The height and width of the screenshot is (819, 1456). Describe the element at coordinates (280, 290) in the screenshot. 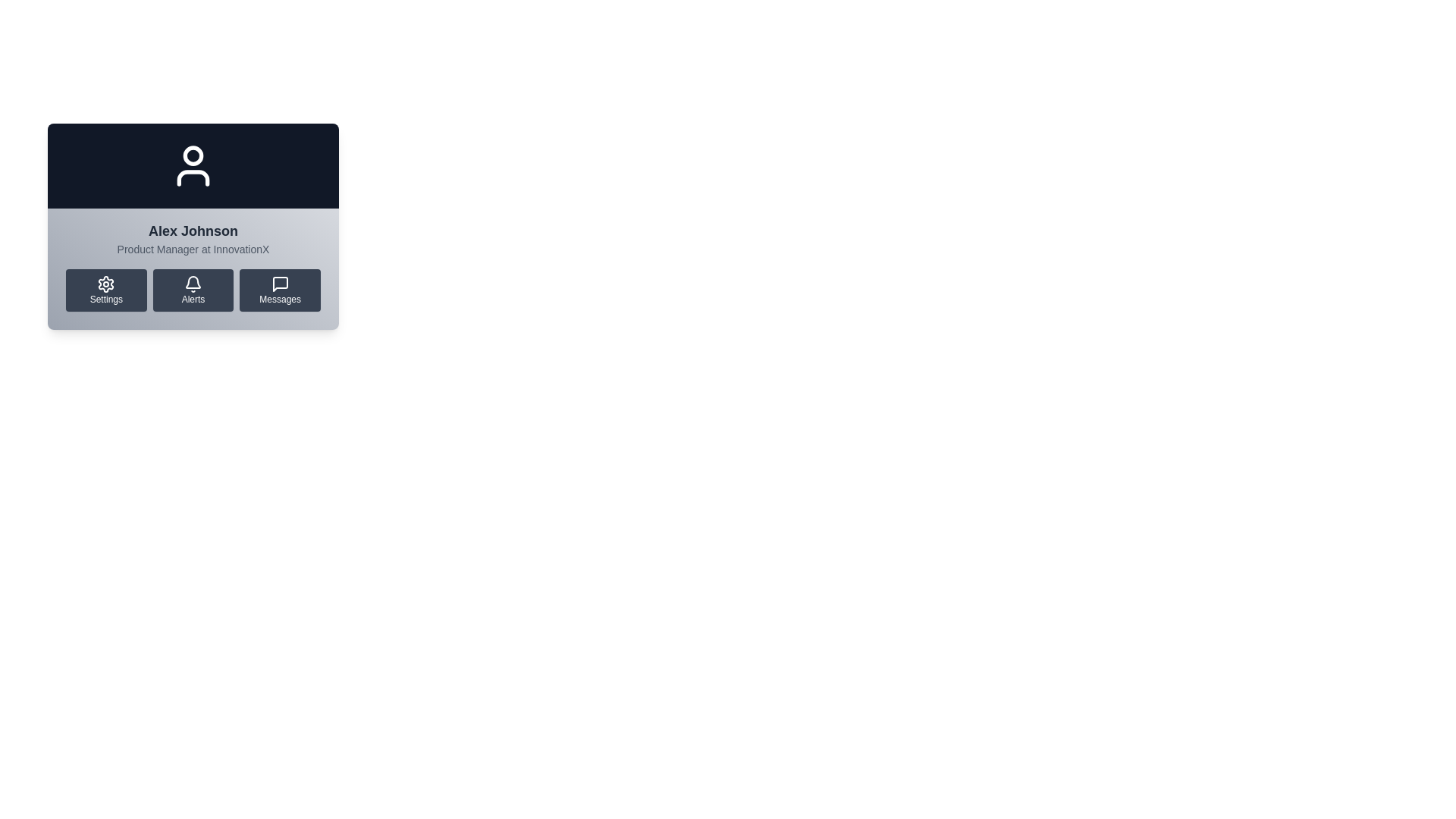

I see `the 'Messages' button, which has a dark gray background, rounded corners, a white message bubble icon, and is the third button in a horizontal row of three buttons` at that location.